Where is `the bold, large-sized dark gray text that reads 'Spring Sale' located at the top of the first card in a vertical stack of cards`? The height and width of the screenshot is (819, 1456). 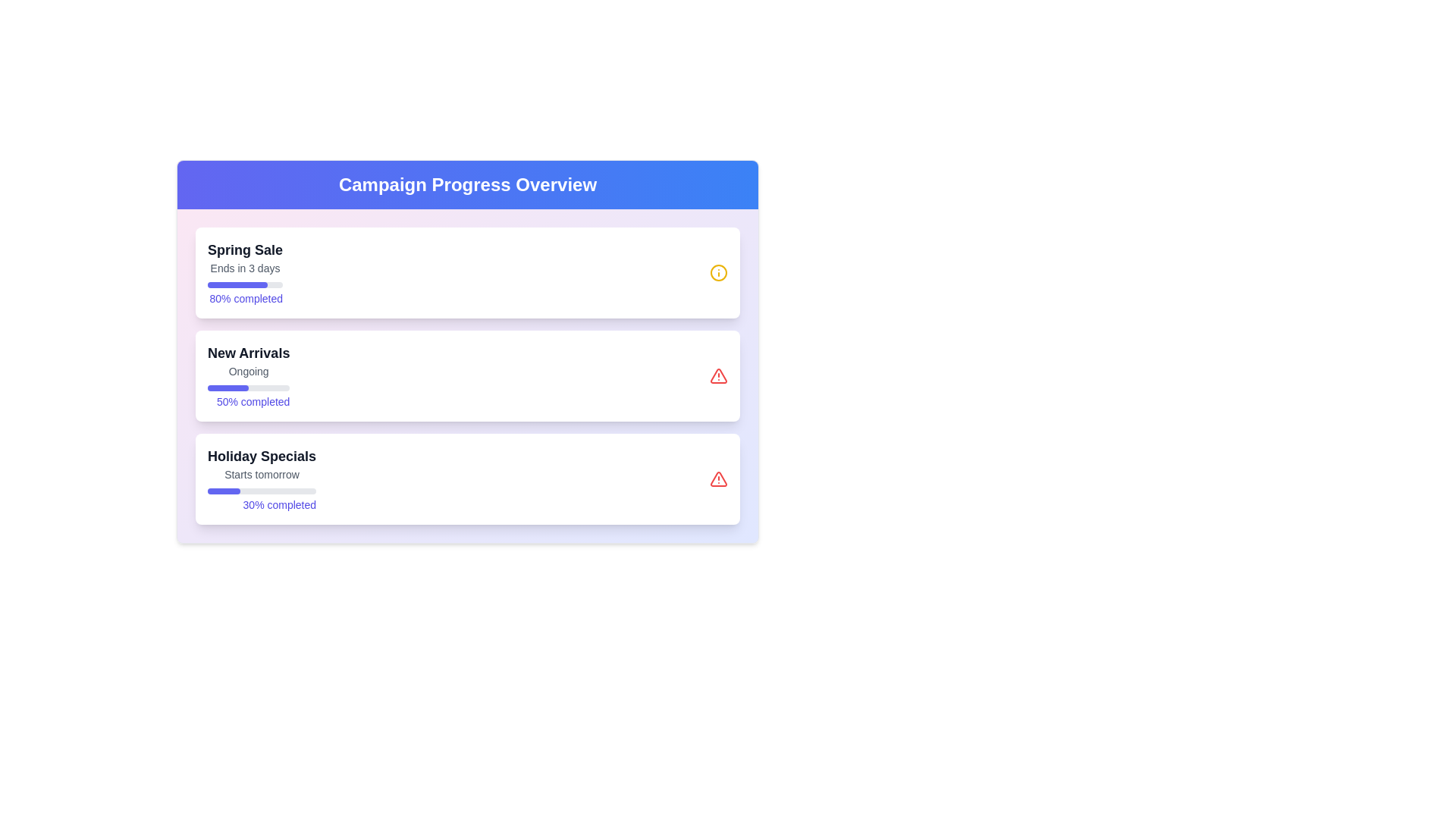 the bold, large-sized dark gray text that reads 'Spring Sale' located at the top of the first card in a vertical stack of cards is located at coordinates (245, 249).